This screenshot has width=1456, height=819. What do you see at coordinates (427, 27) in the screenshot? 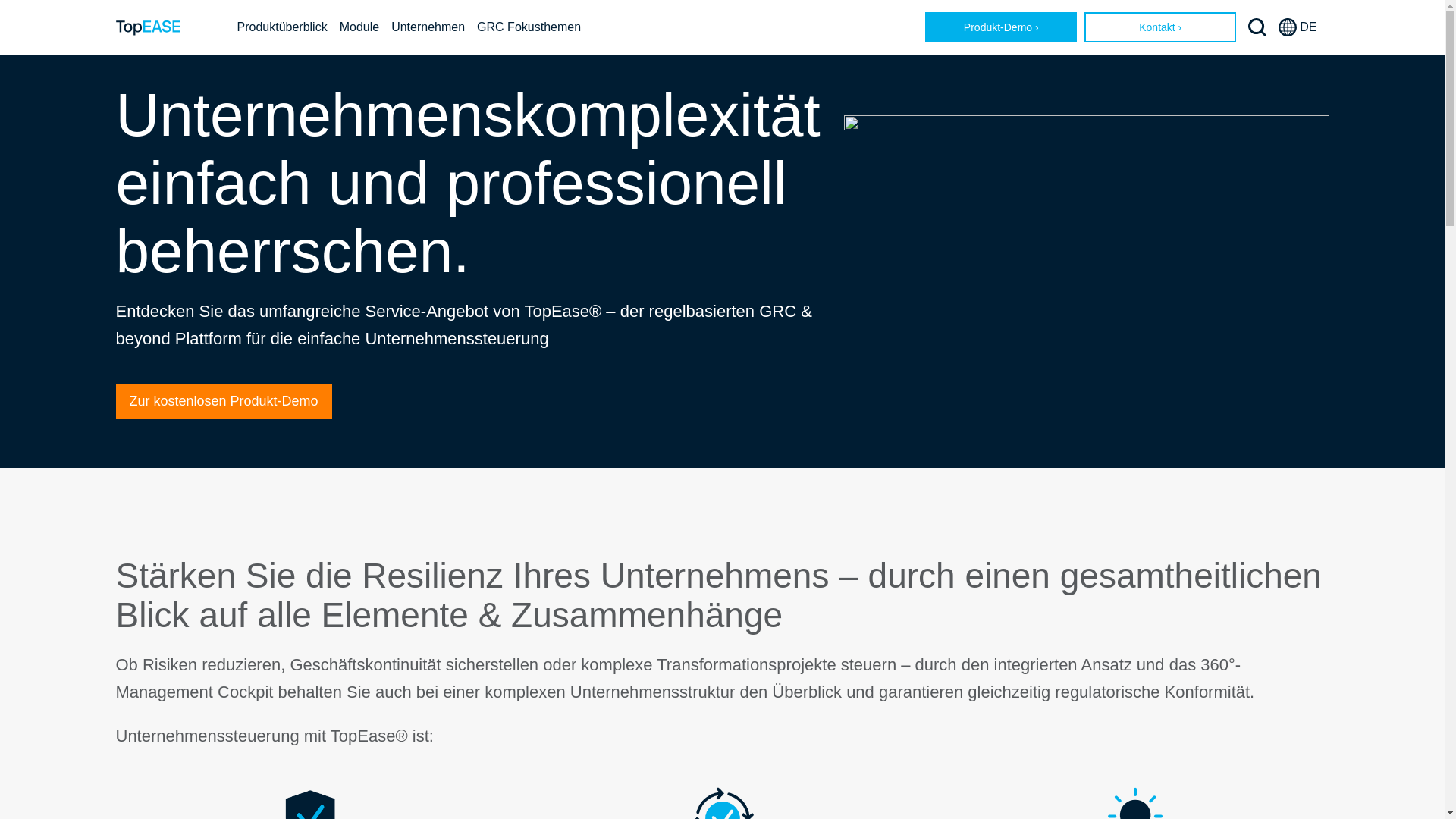
I see `'Unternehmen'` at bounding box center [427, 27].